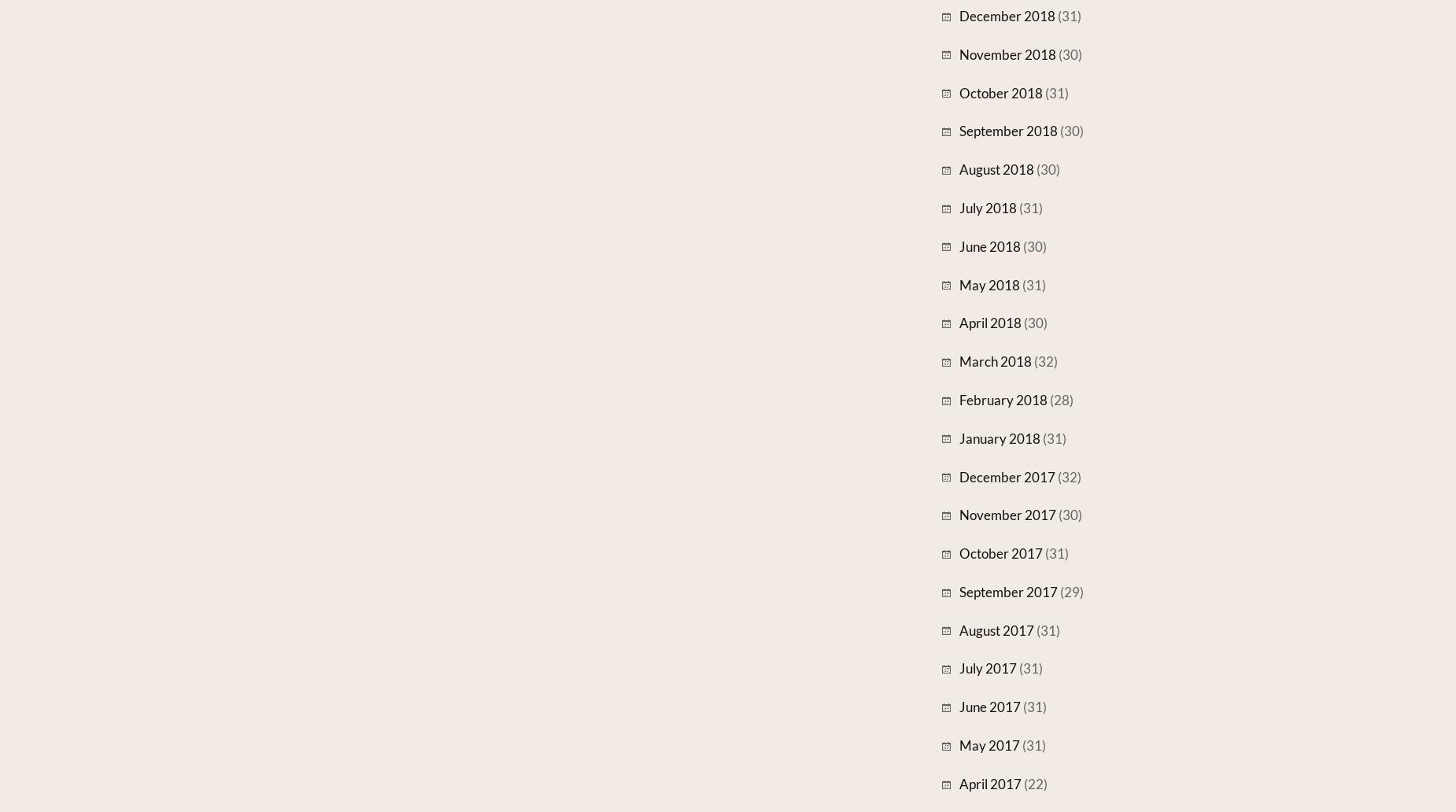  I want to click on 'March 2018', so click(958, 360).